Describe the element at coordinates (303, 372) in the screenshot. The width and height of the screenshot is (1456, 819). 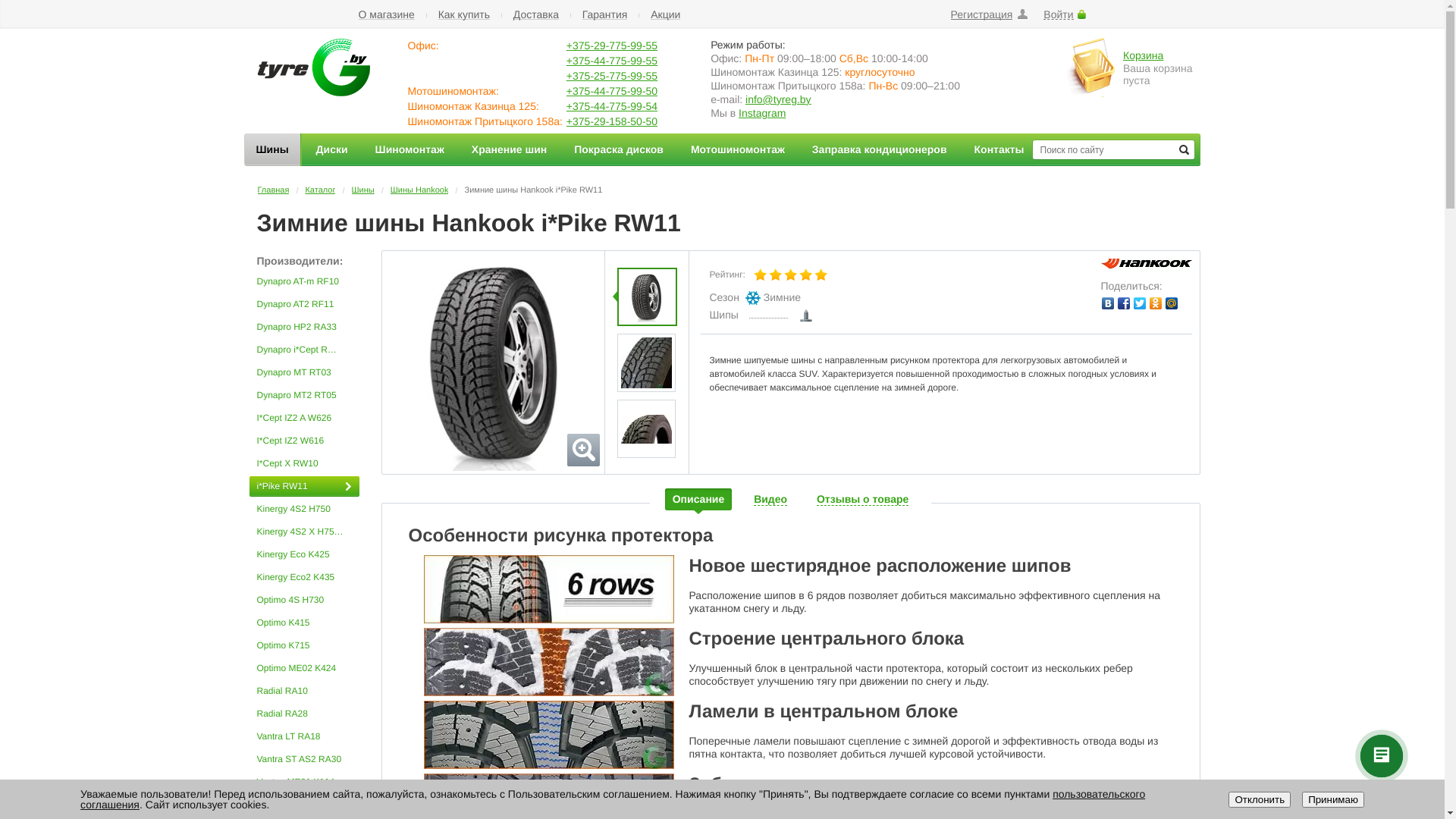
I see `'Dynapro MT RT03'` at that location.